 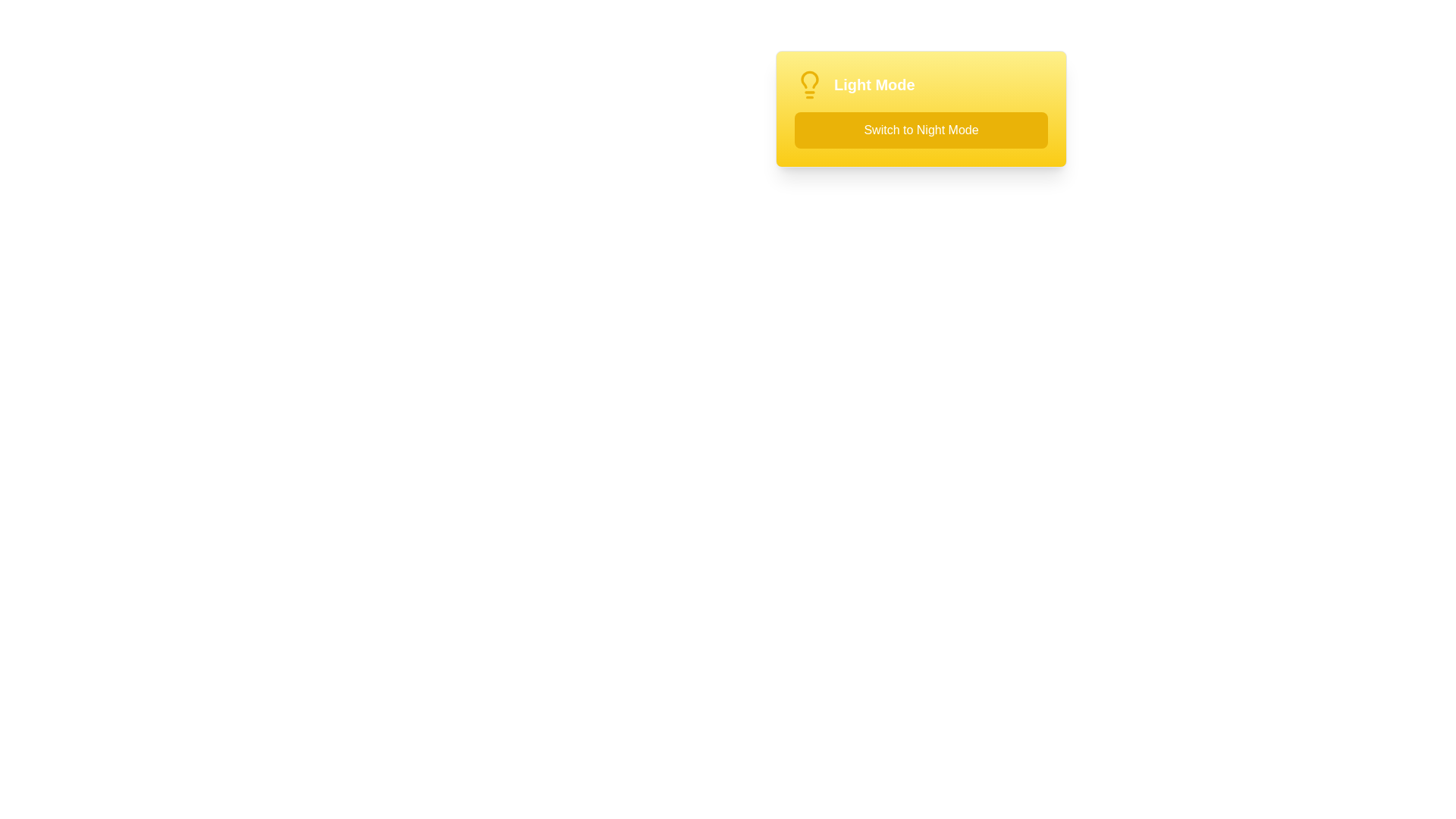 I want to click on the static text label indicating 'Light Mode' is currently active, which is positioned to the right of a light bulb icon, so click(x=874, y=84).